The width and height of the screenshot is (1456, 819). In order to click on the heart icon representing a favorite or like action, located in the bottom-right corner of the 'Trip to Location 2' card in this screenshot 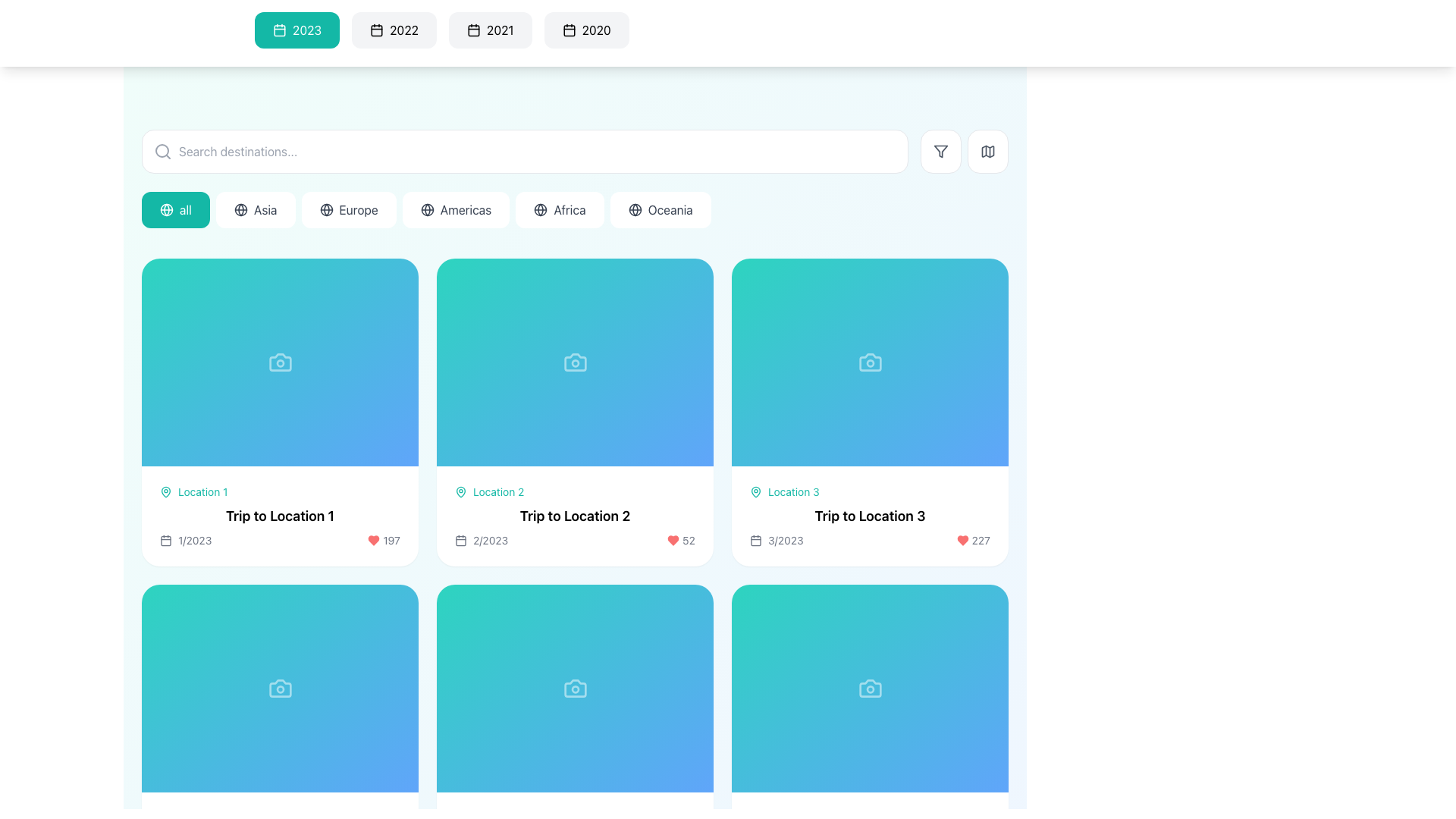, I will do `click(374, 539)`.